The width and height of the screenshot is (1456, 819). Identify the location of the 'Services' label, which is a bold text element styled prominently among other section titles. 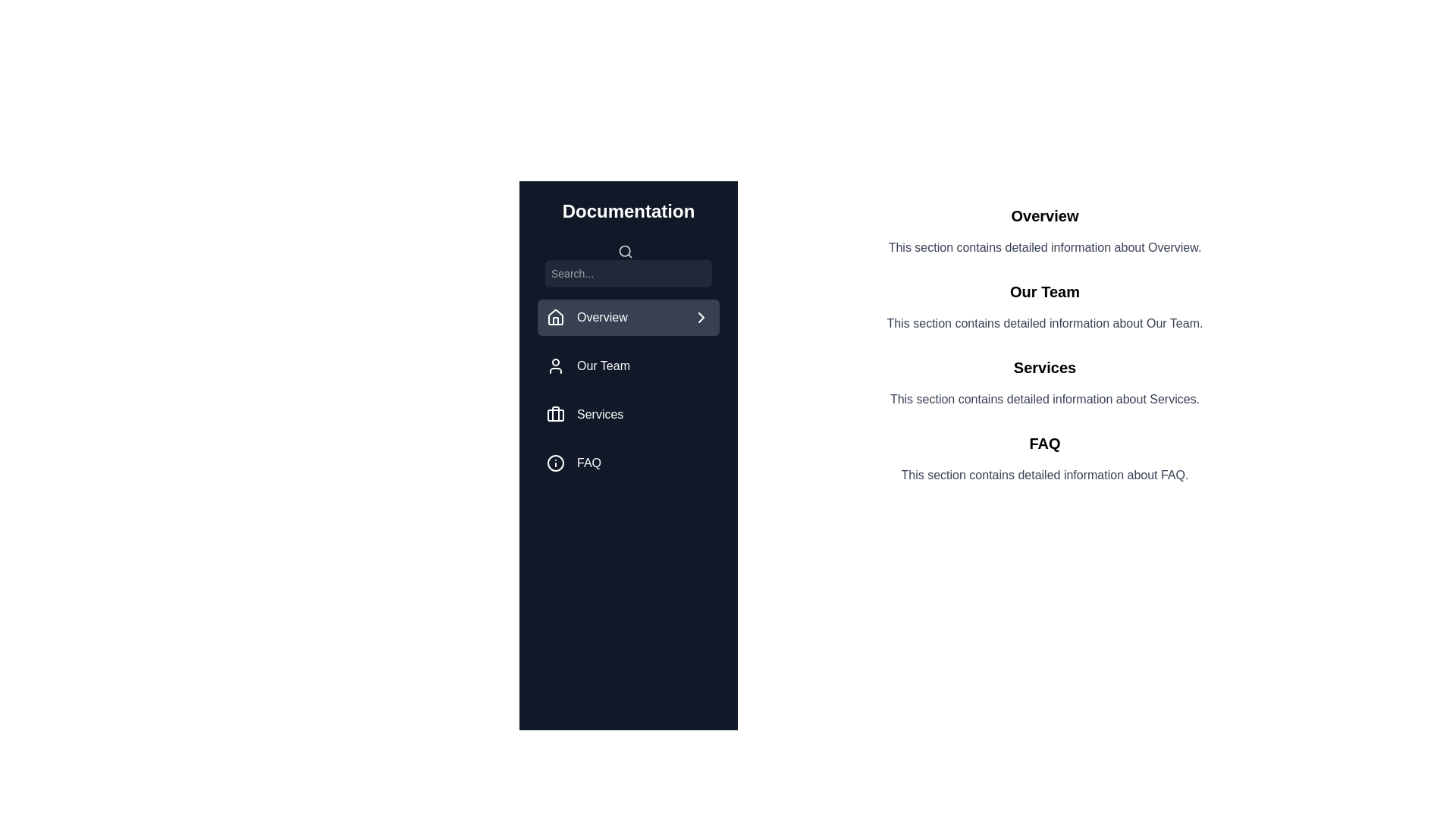
(1043, 368).